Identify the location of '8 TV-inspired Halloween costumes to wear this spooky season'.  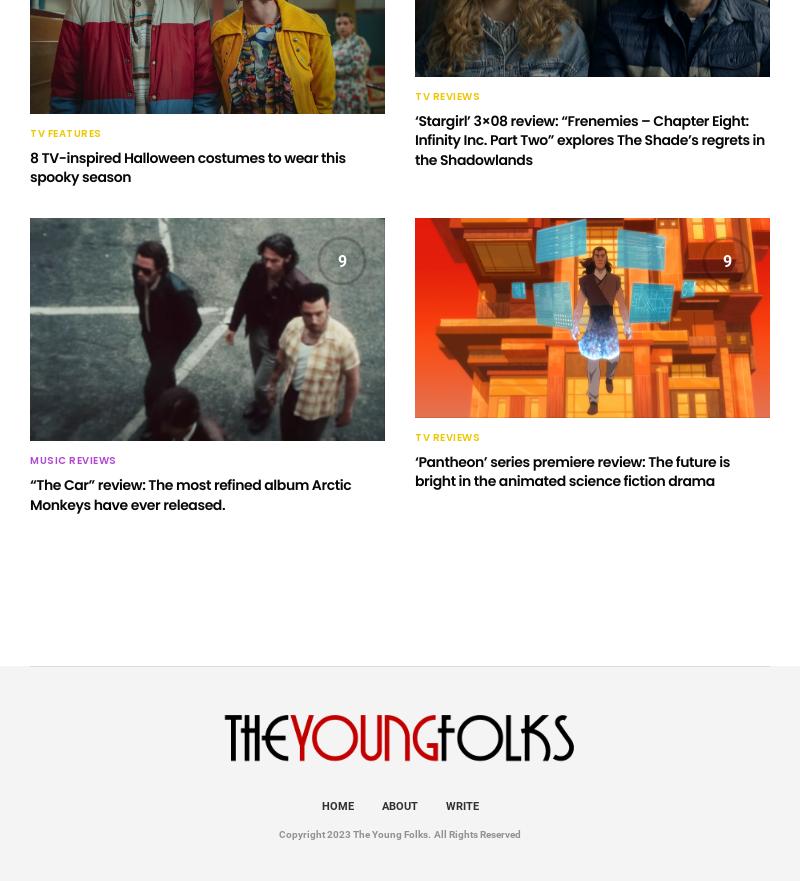
(30, 166).